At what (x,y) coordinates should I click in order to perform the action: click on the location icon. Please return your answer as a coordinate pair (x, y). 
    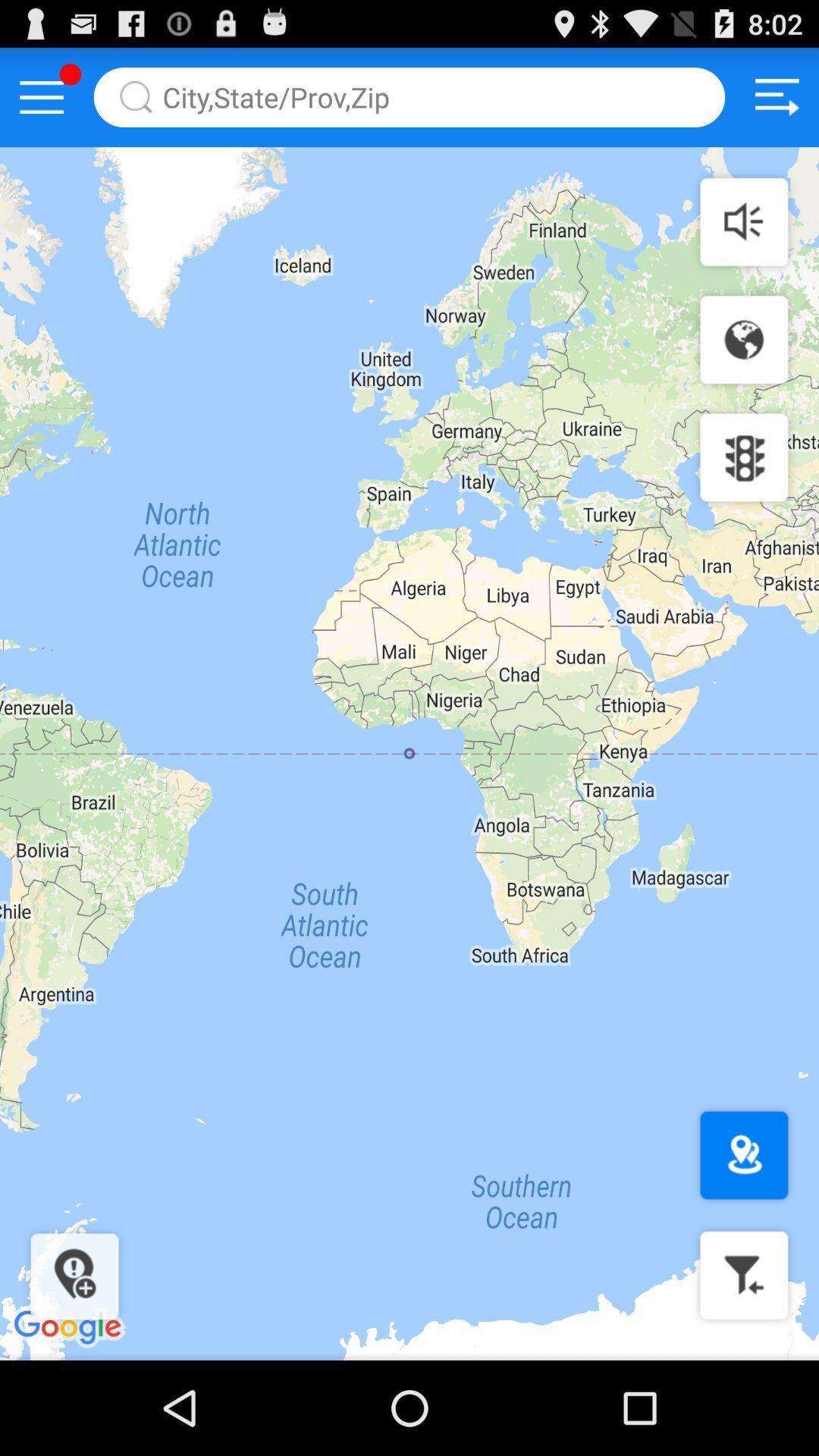
    Looking at the image, I should click on (74, 1366).